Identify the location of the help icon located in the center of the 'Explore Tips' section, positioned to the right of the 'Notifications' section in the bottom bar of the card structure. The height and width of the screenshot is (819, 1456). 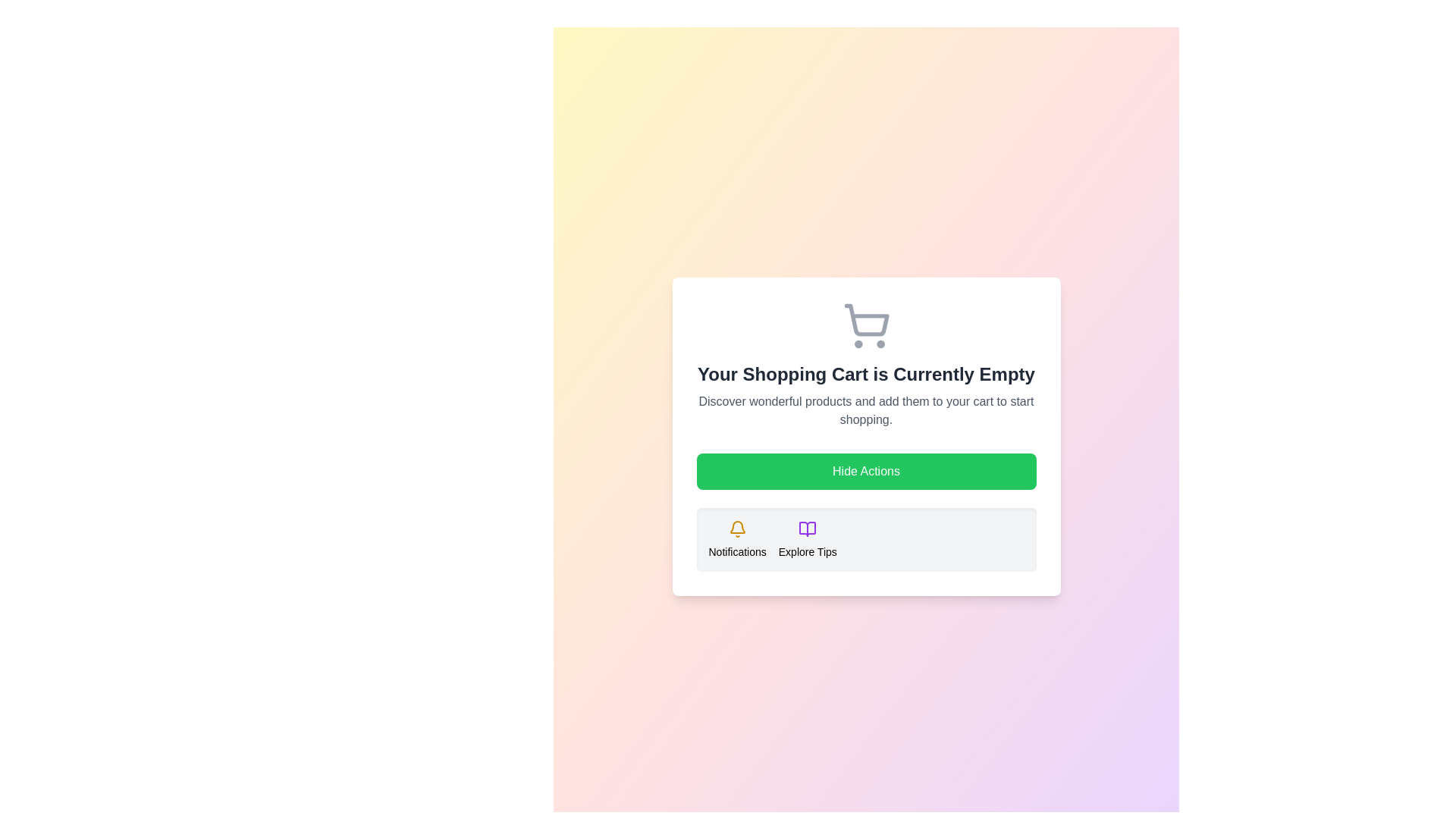
(807, 529).